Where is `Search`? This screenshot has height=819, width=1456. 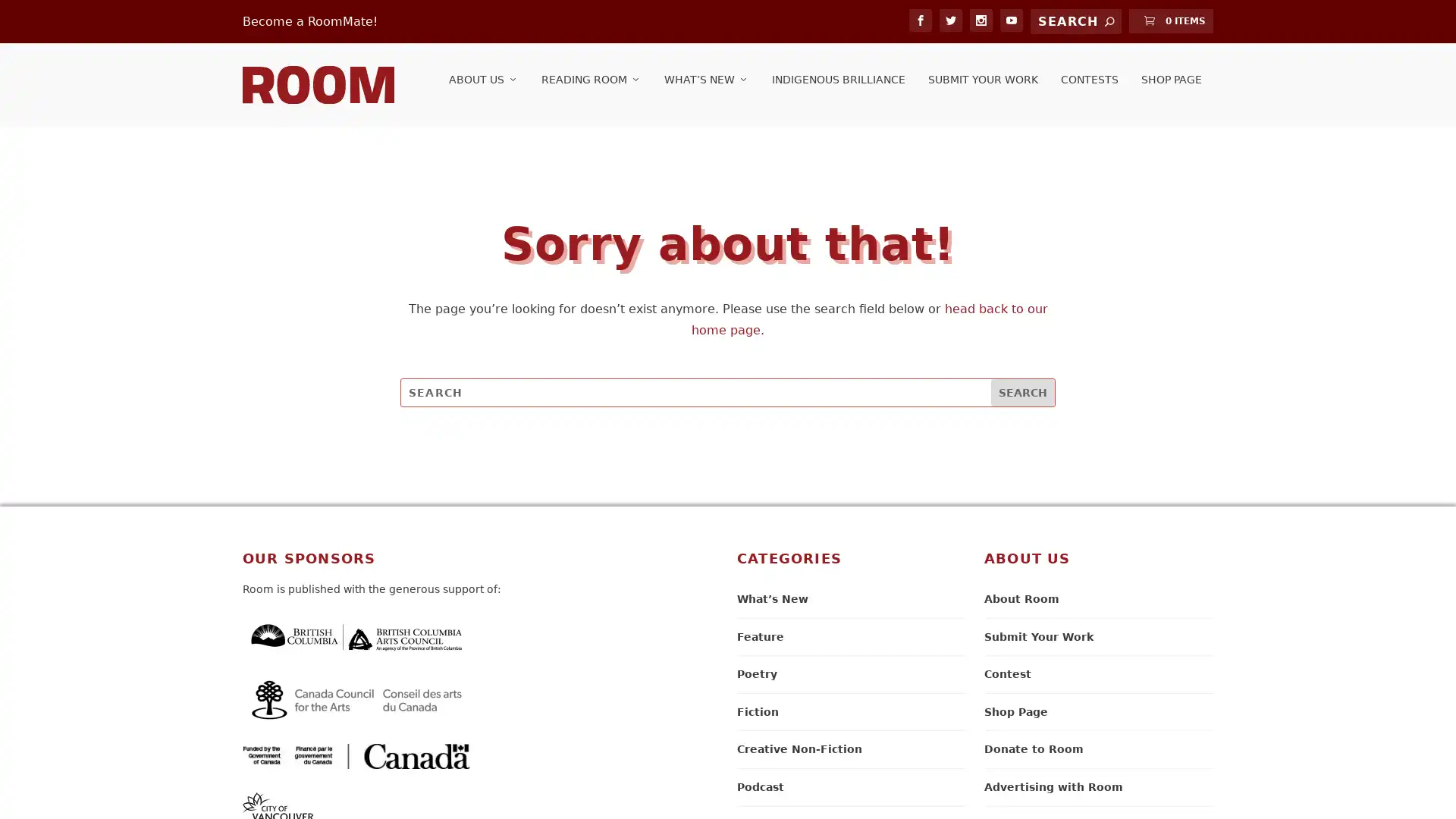
Search is located at coordinates (1022, 402).